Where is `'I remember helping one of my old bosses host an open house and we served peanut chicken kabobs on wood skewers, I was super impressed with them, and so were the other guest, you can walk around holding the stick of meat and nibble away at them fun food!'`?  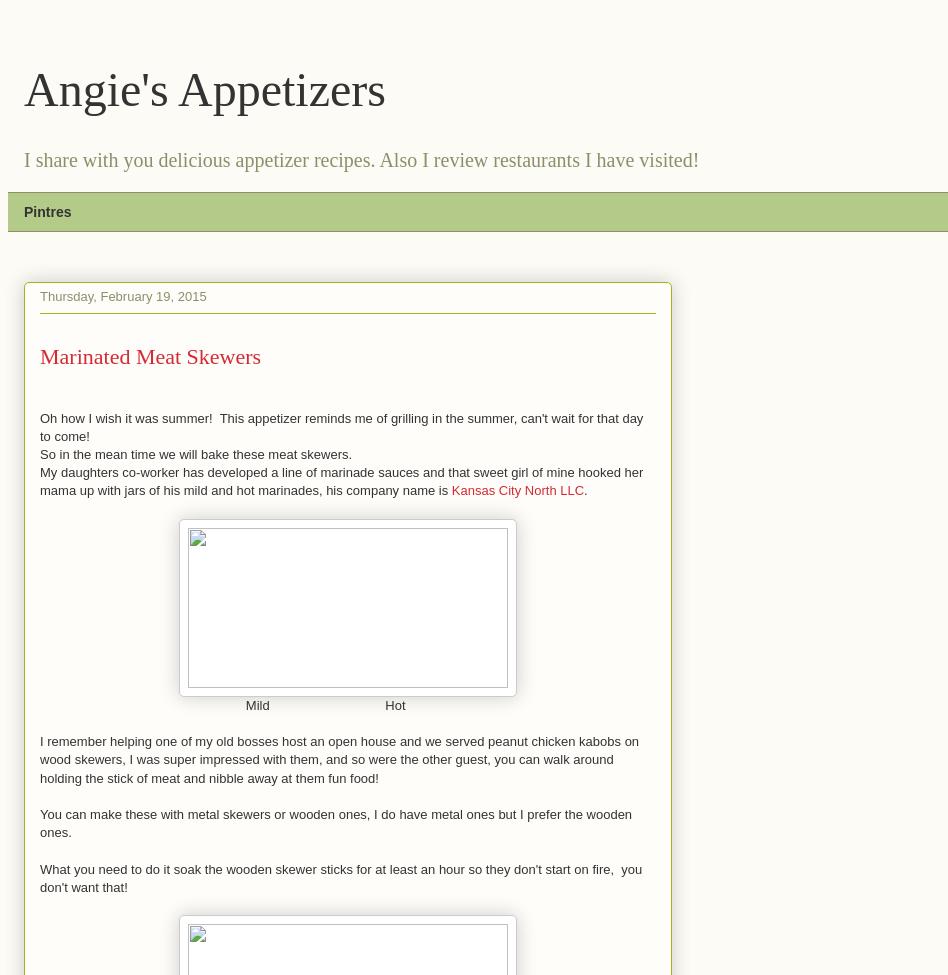
'I remember helping one of my old bosses host an open house and we served peanut chicken kabobs on wood skewers, I was super impressed with them, and so were the other guest, you can walk around holding the stick of meat and nibble away at them fun food!' is located at coordinates (339, 758).